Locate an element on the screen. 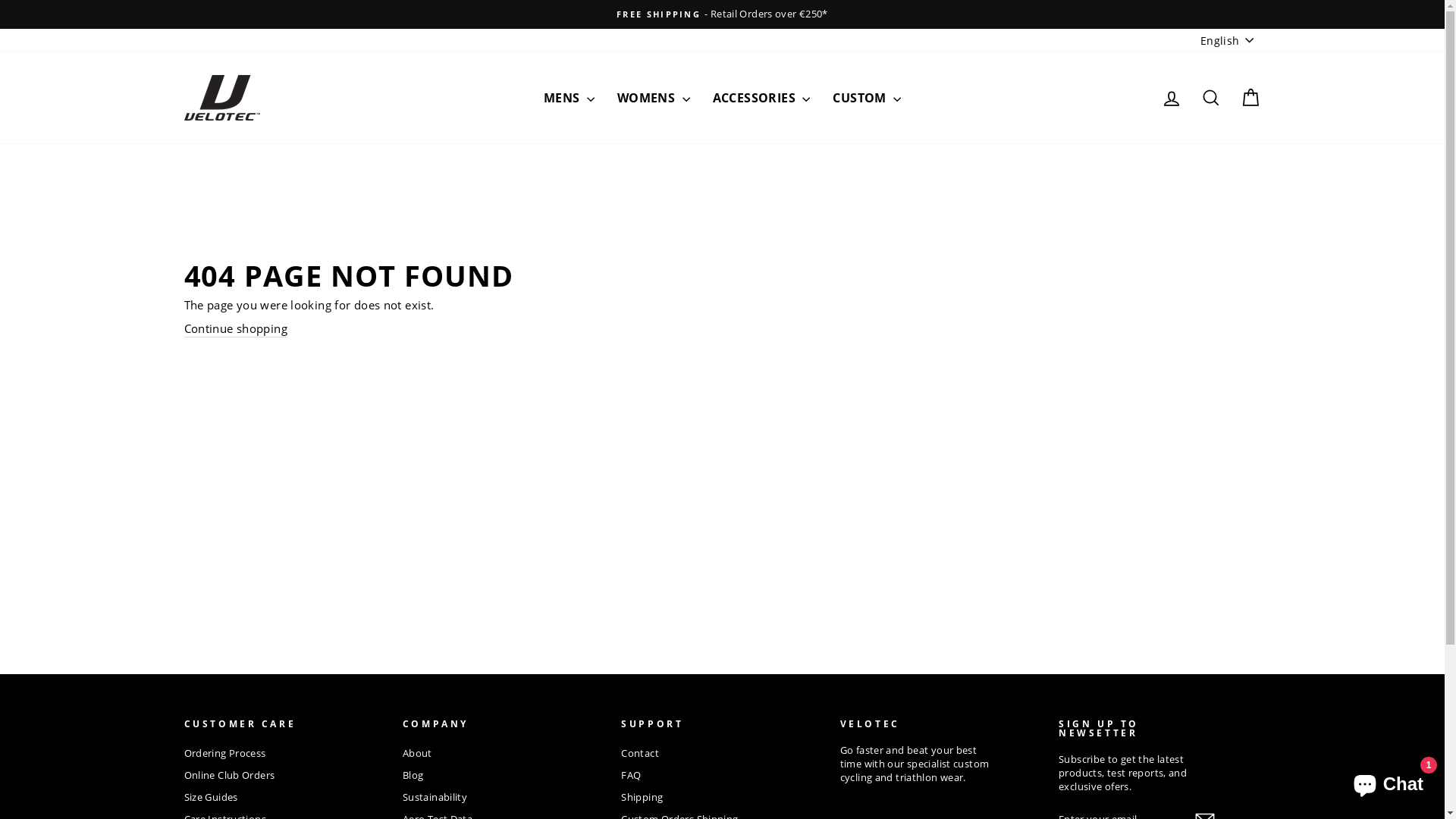  'About' is located at coordinates (417, 754).